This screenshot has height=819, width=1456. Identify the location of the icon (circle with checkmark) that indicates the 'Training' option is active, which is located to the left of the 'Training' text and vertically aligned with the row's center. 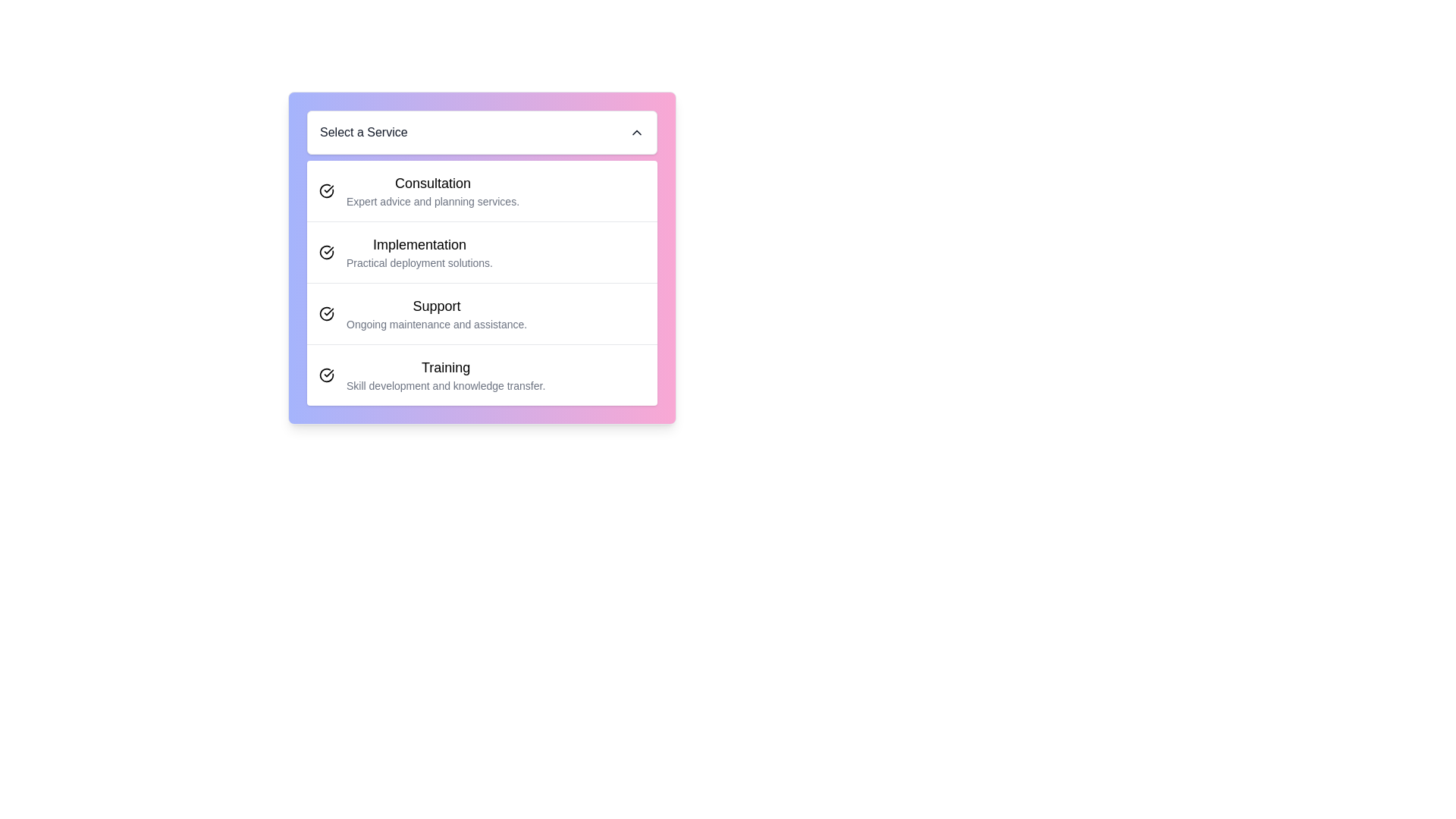
(326, 375).